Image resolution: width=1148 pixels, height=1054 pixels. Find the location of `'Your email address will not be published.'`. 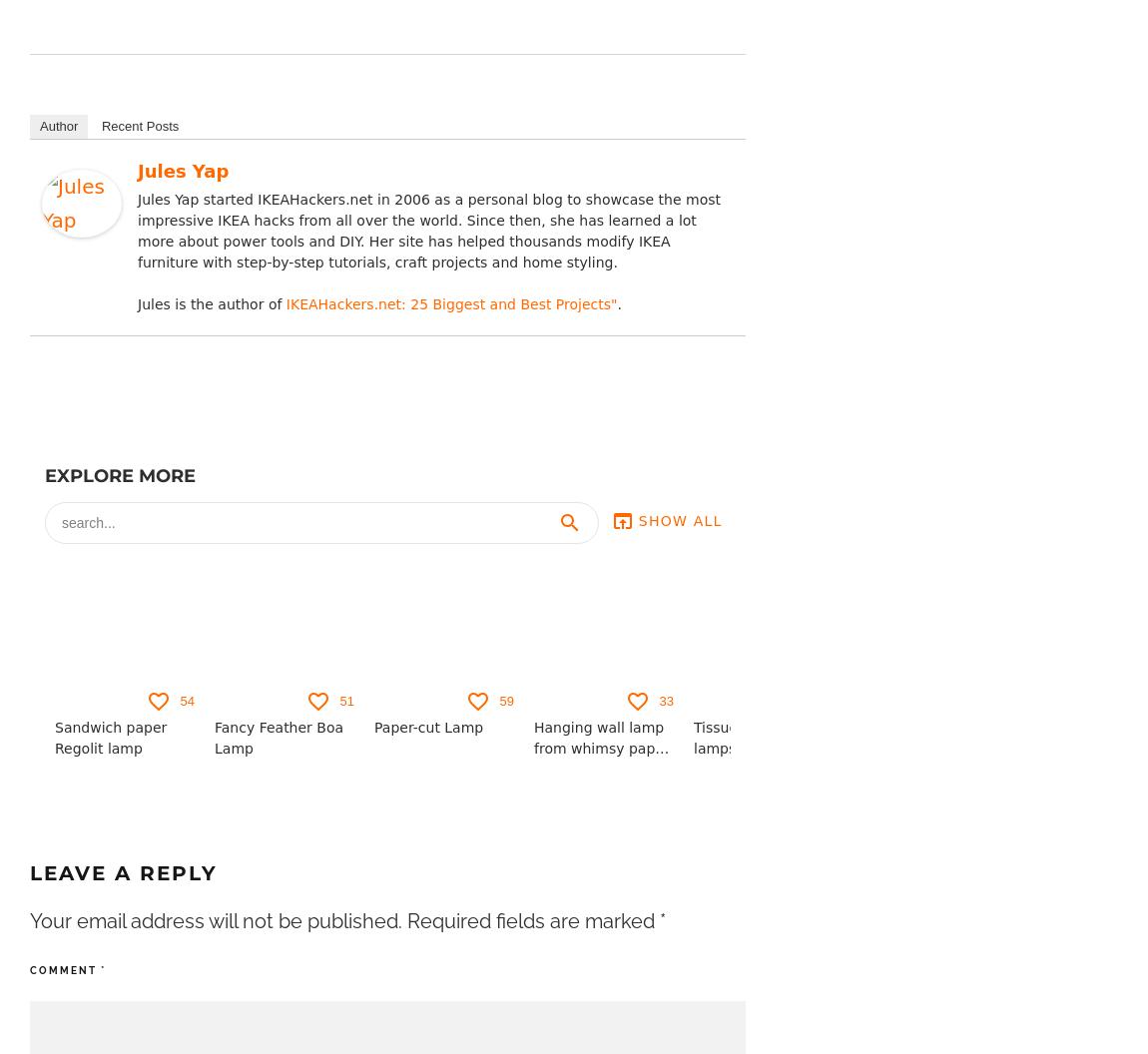

'Your email address will not be published.' is located at coordinates (215, 920).